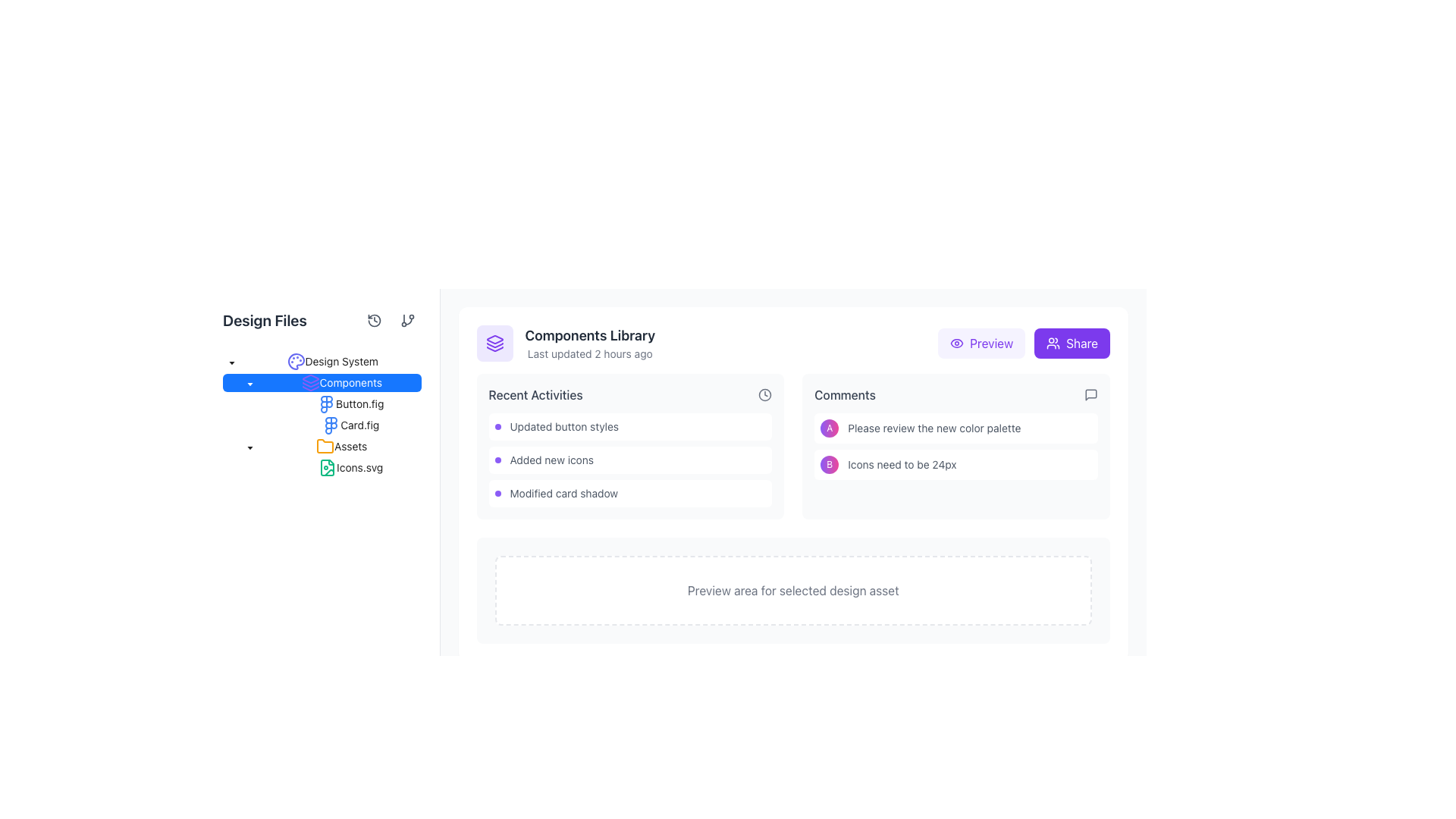  I want to click on the violet-styled stacked layers icon located at the top-center of the violet-highlighted rectangular area, so click(494, 343).